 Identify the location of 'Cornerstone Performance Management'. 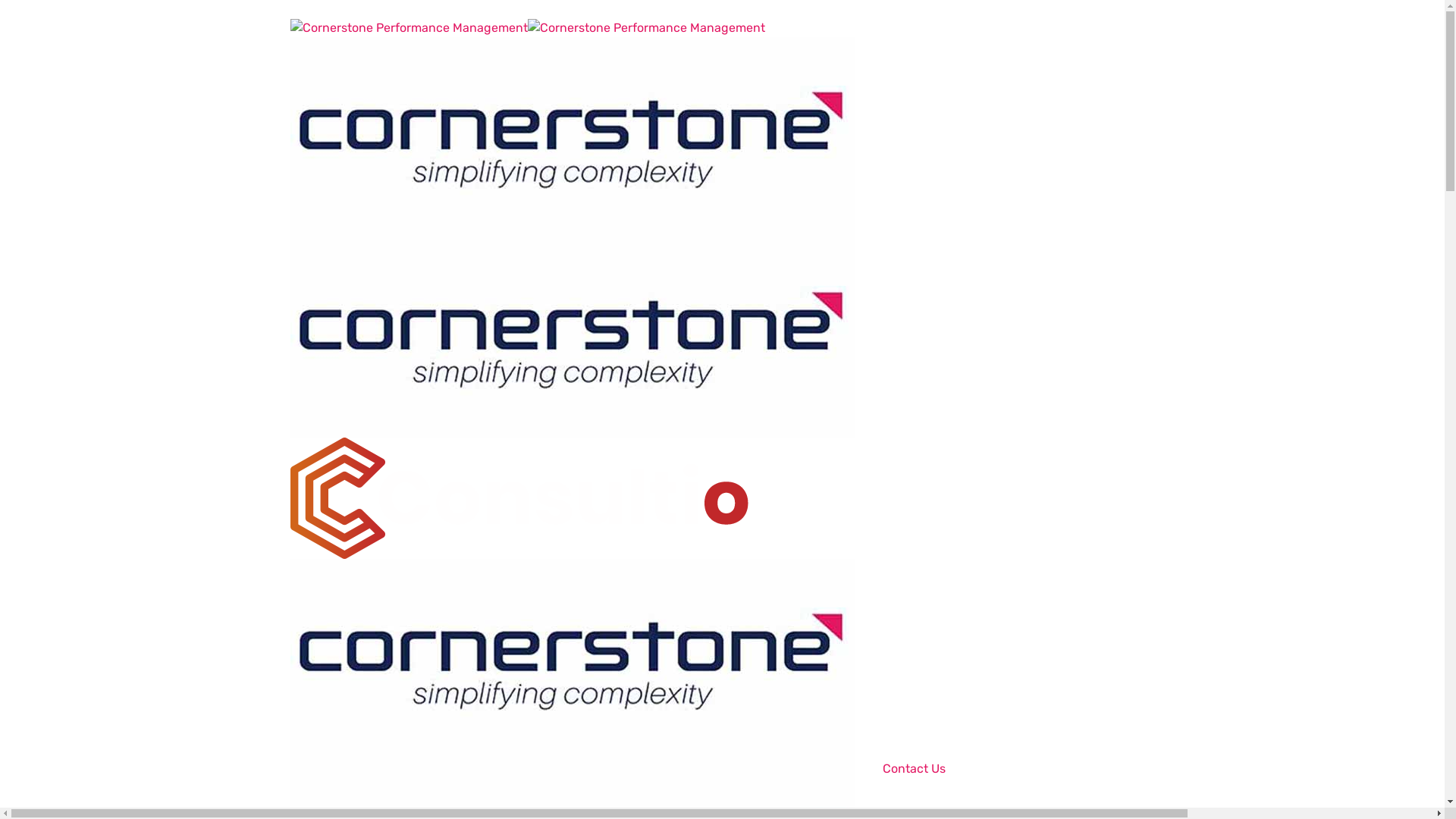
(571, 657).